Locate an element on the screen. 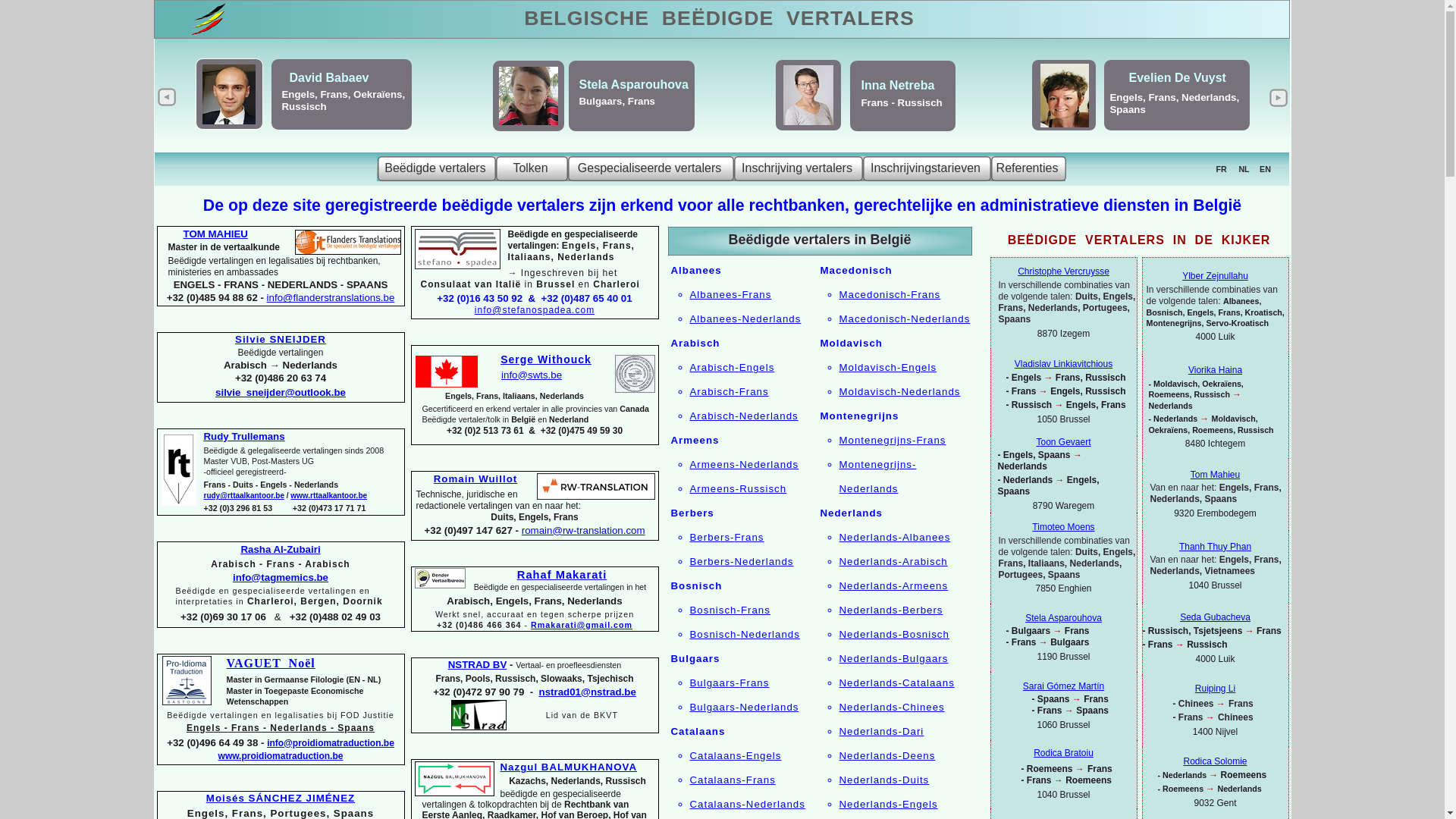 The image size is (1456, 819). 'Ylber Zejnullahu' is located at coordinates (1215, 275).